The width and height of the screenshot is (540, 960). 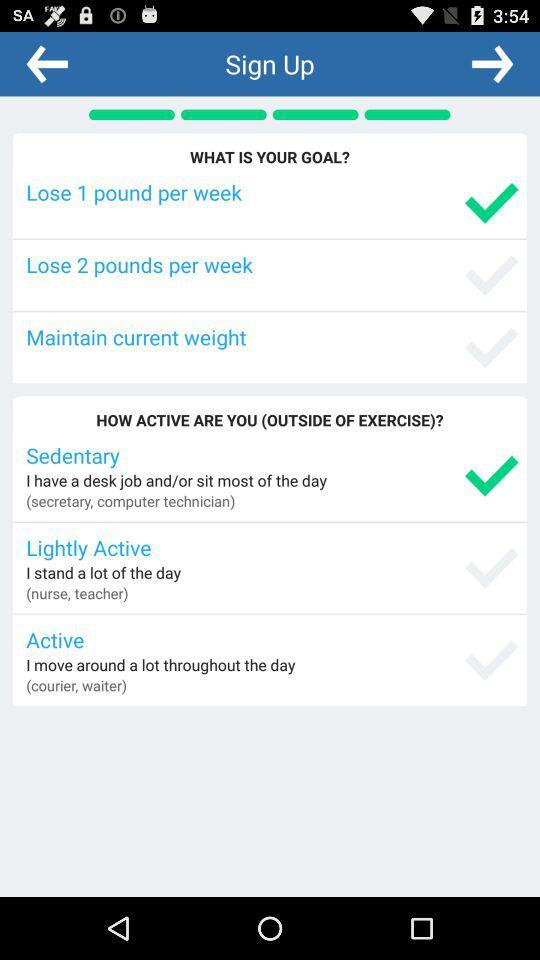 What do you see at coordinates (271, 547) in the screenshot?
I see `lightly active app` at bounding box center [271, 547].